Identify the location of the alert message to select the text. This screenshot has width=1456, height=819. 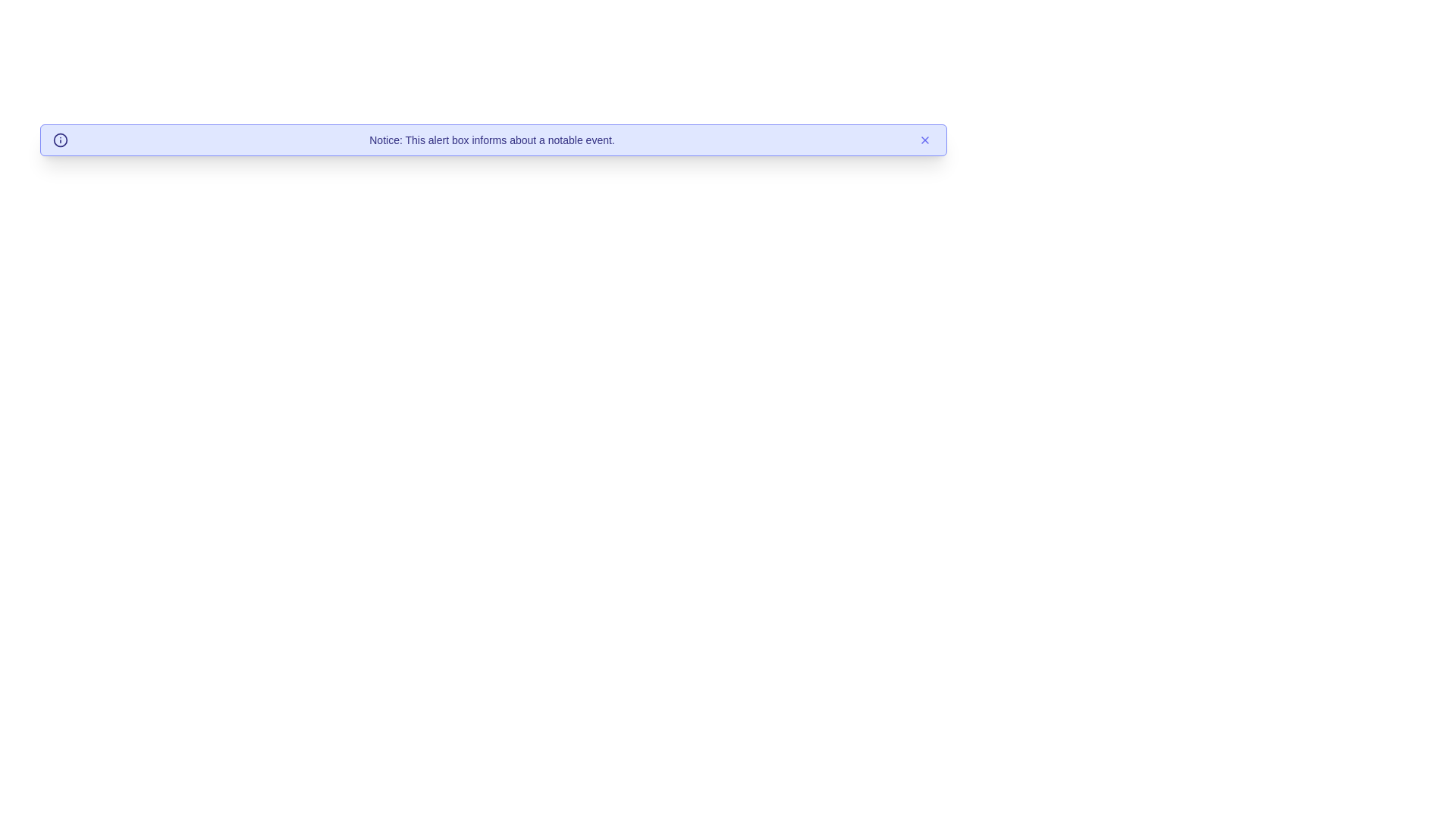
(494, 140).